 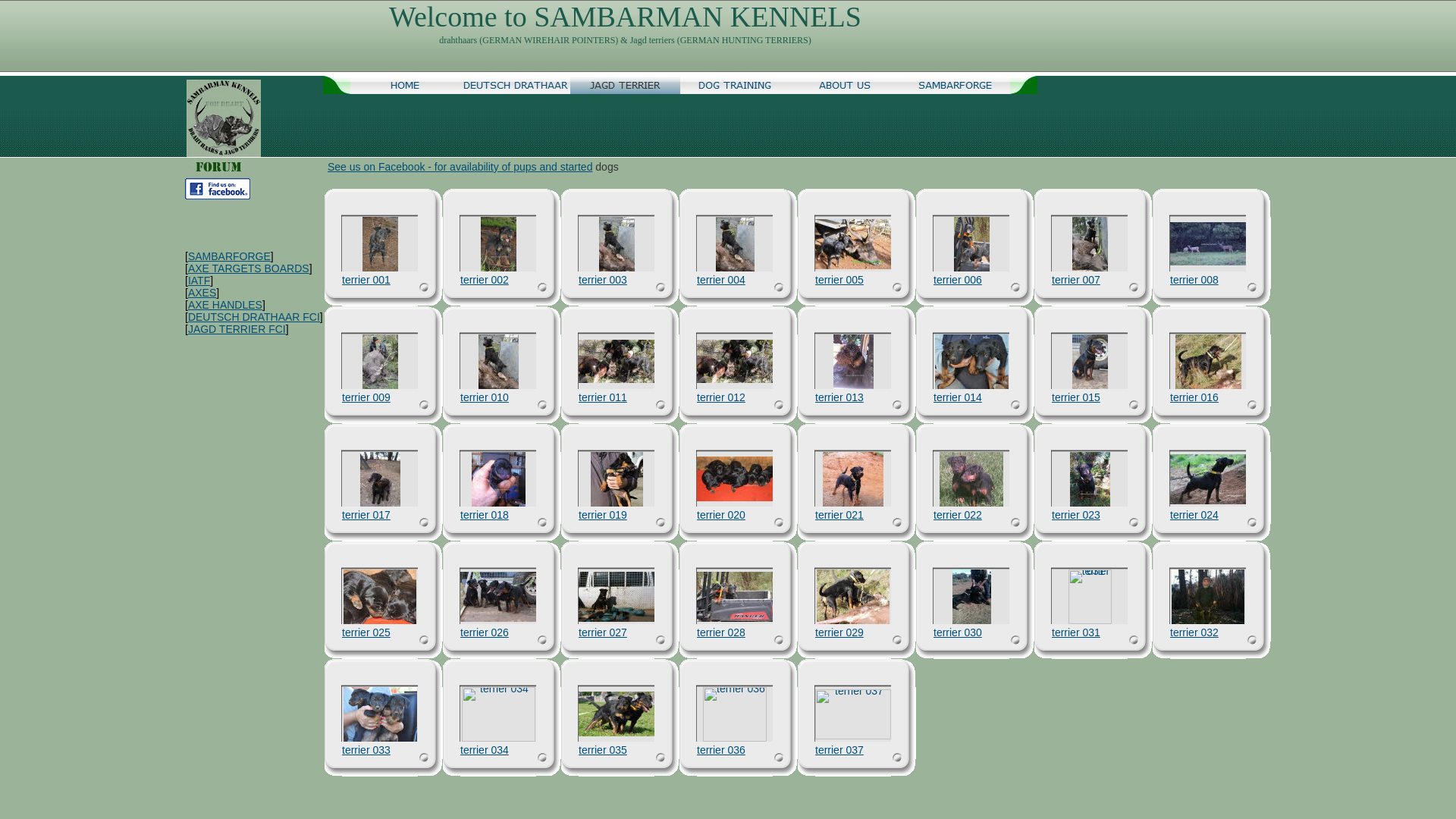 I want to click on 'terrier 018', so click(x=498, y=479).